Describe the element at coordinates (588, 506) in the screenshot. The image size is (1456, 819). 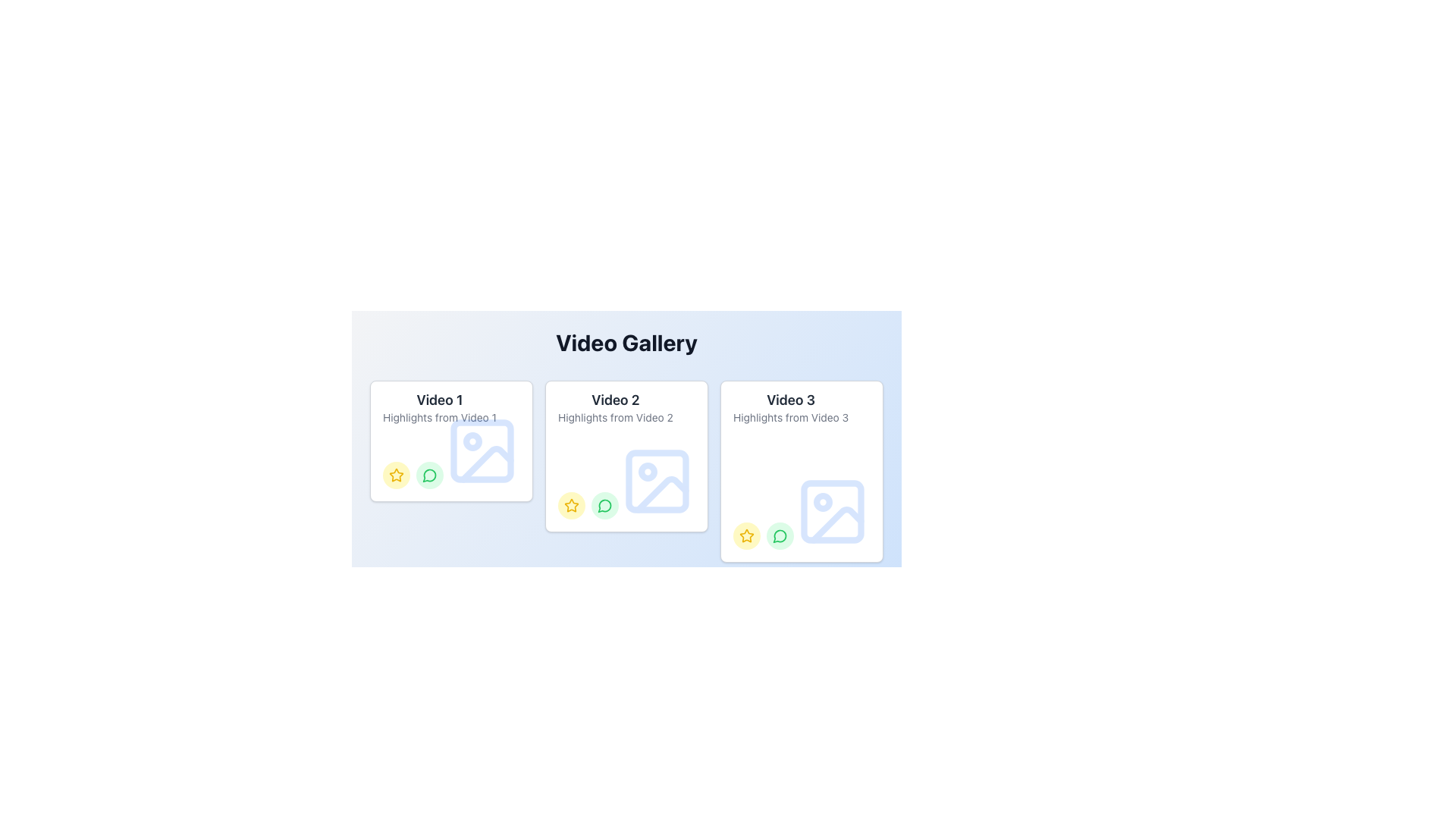
I see `the chat bubble button in the Interactive Button Group located at the bottom-left corner of the 'Video 2' card to comment` at that location.